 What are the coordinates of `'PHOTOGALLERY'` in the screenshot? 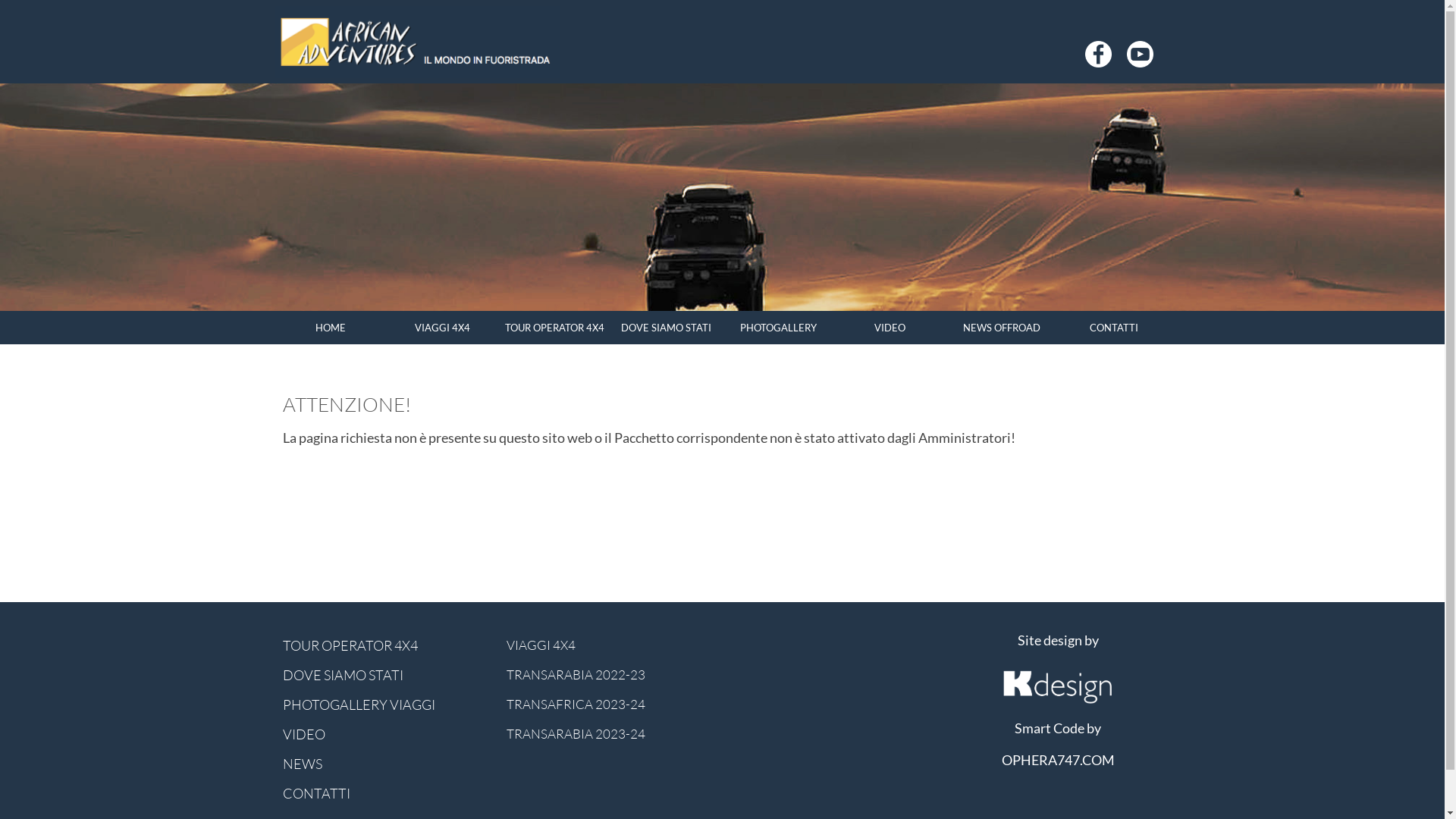 It's located at (720, 327).